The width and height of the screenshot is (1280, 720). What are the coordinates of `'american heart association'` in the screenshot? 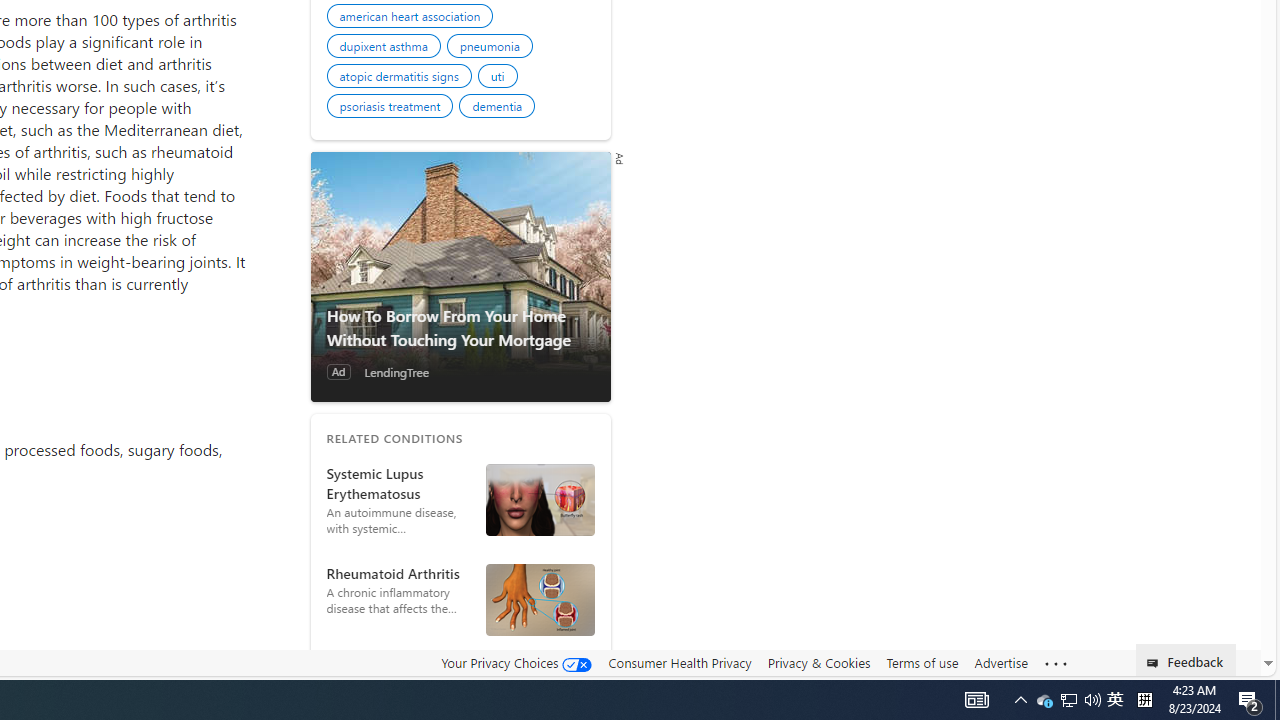 It's located at (412, 19).